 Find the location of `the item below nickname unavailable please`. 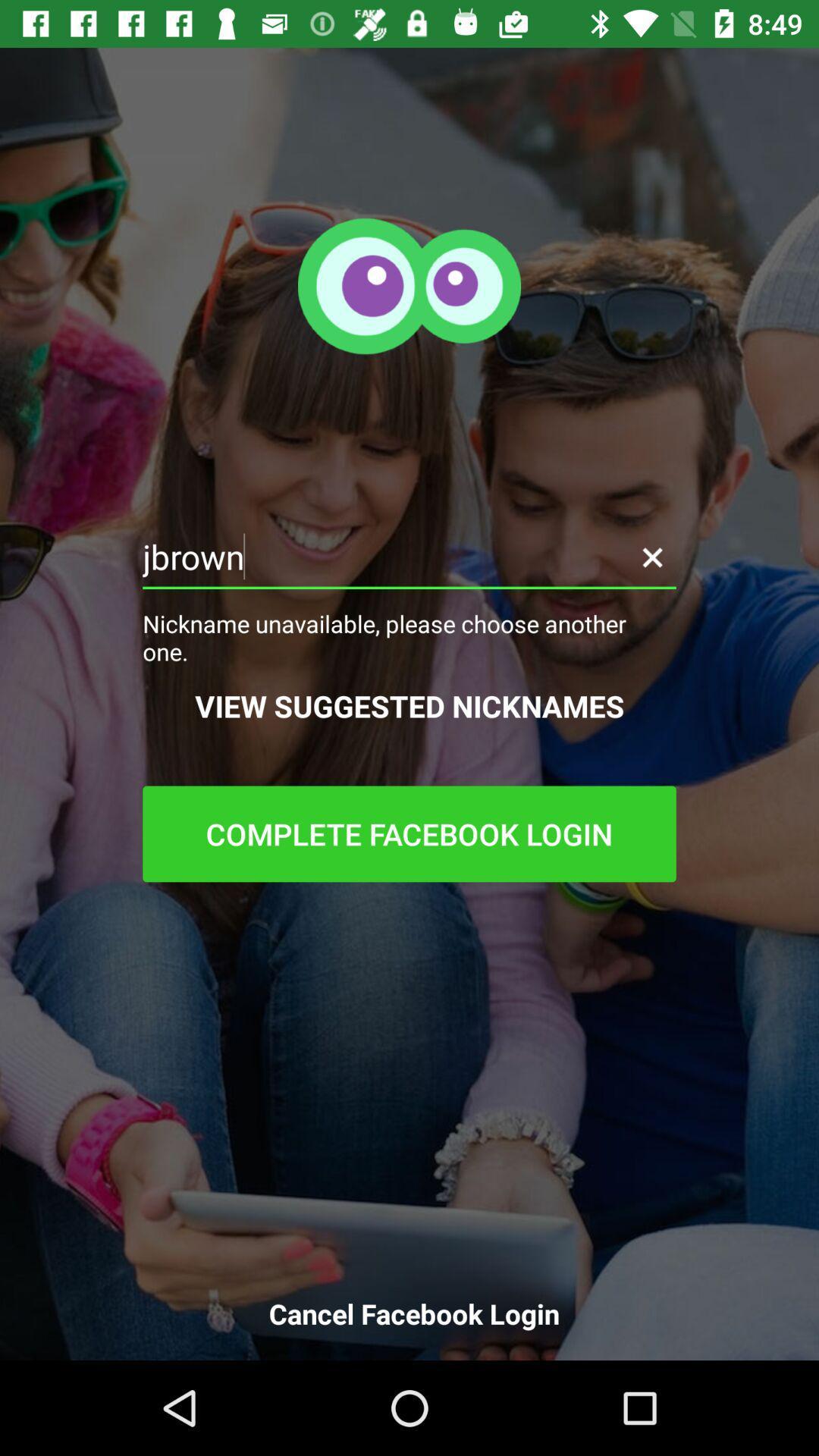

the item below nickname unavailable please is located at coordinates (409, 705).